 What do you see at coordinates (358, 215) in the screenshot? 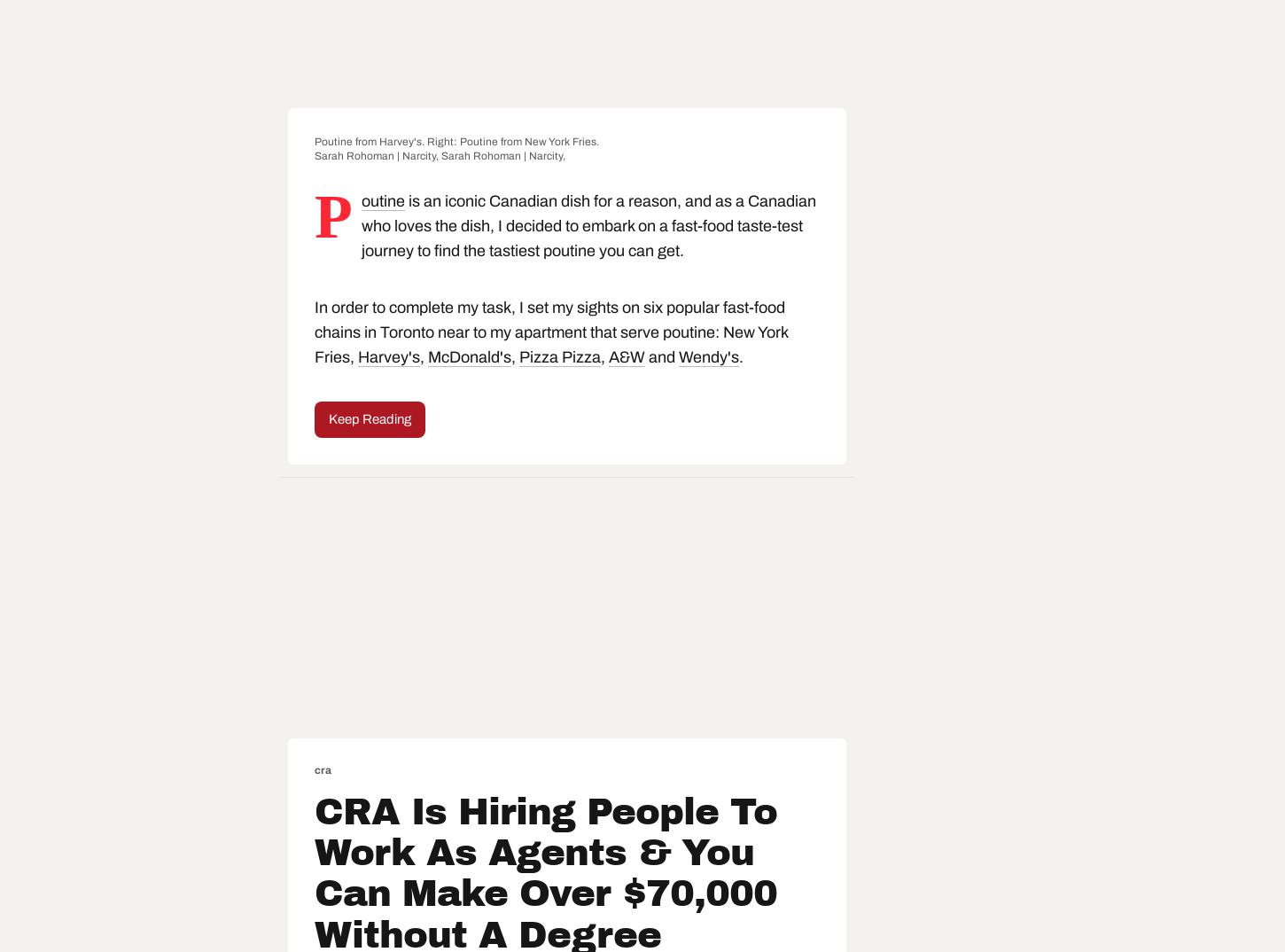
I see `'Poutine'` at bounding box center [358, 215].